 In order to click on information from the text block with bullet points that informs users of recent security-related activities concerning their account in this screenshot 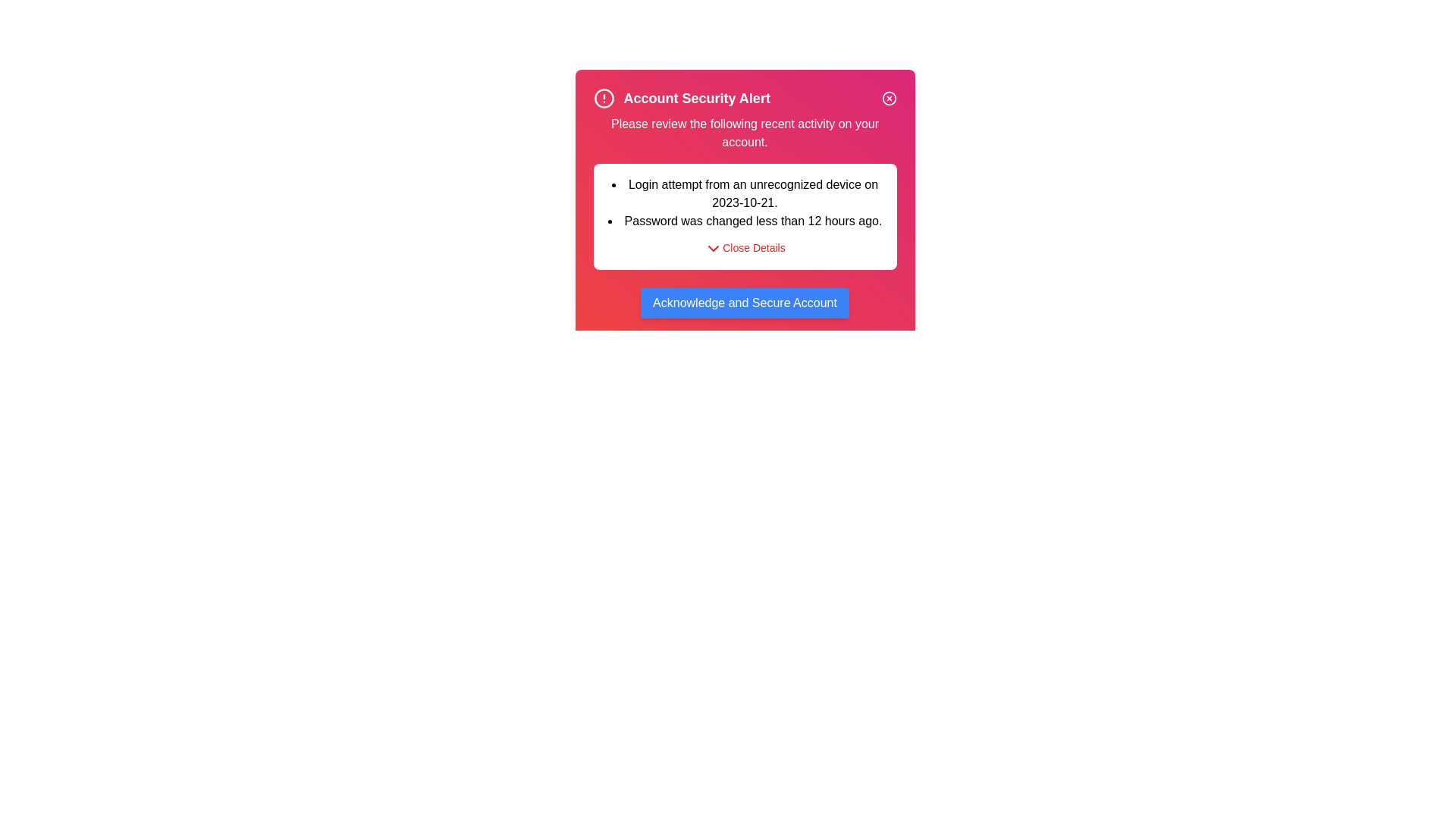, I will do `click(745, 202)`.